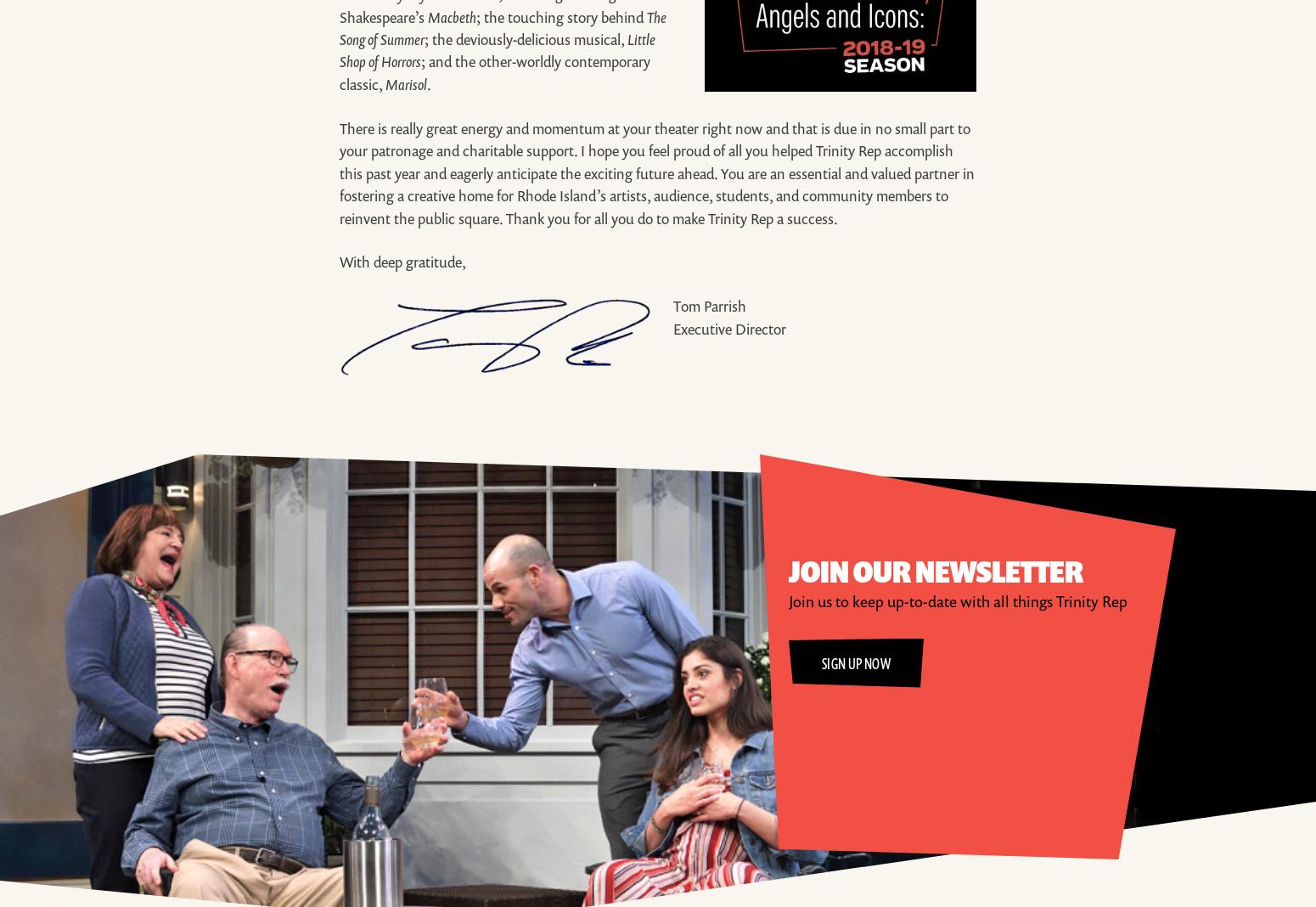 This screenshot has width=1316, height=907. Describe the element at coordinates (402, 261) in the screenshot. I see `'With deep gratitude,'` at that location.